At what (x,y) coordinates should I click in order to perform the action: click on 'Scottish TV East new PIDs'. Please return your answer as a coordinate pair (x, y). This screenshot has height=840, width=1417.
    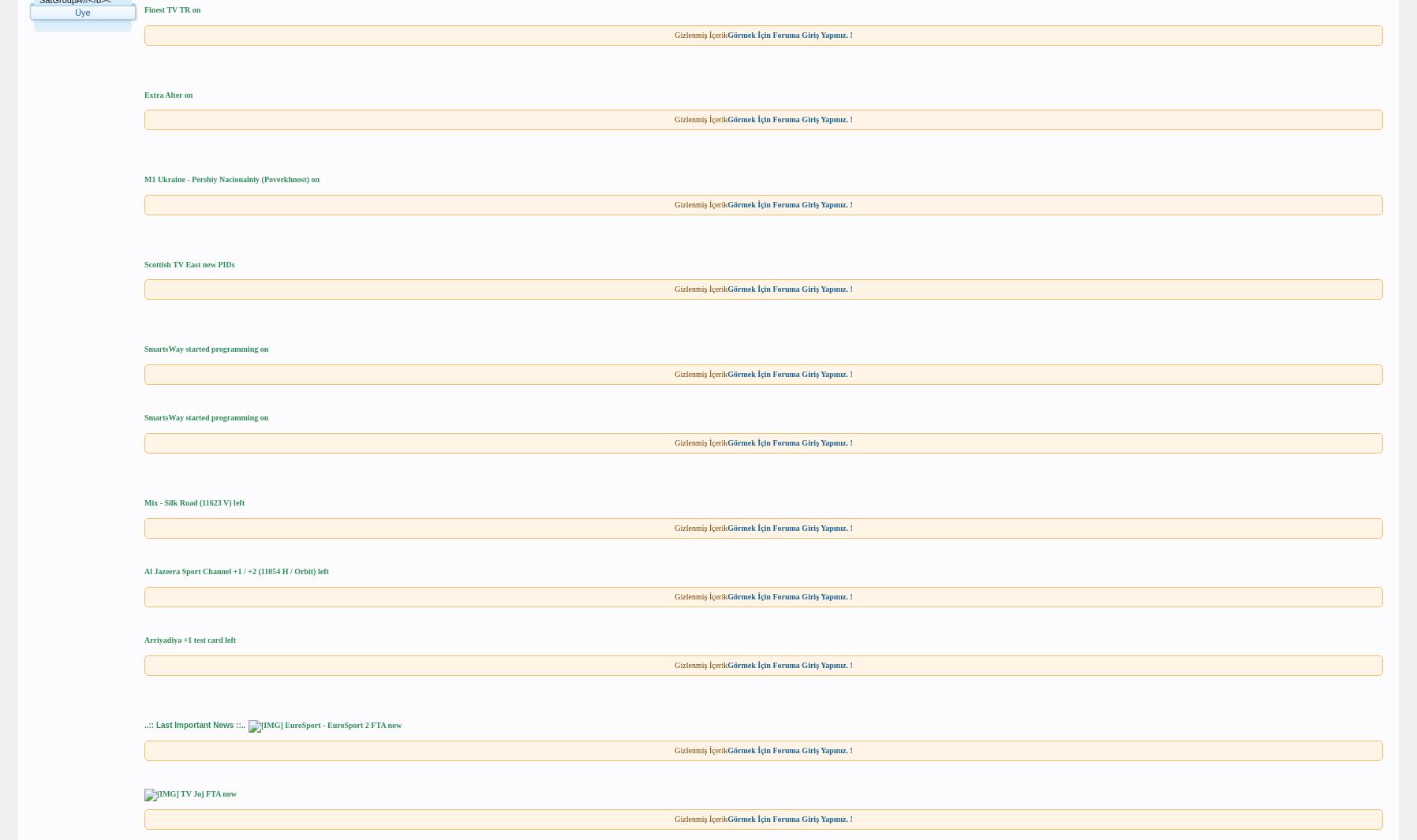
    Looking at the image, I should click on (189, 263).